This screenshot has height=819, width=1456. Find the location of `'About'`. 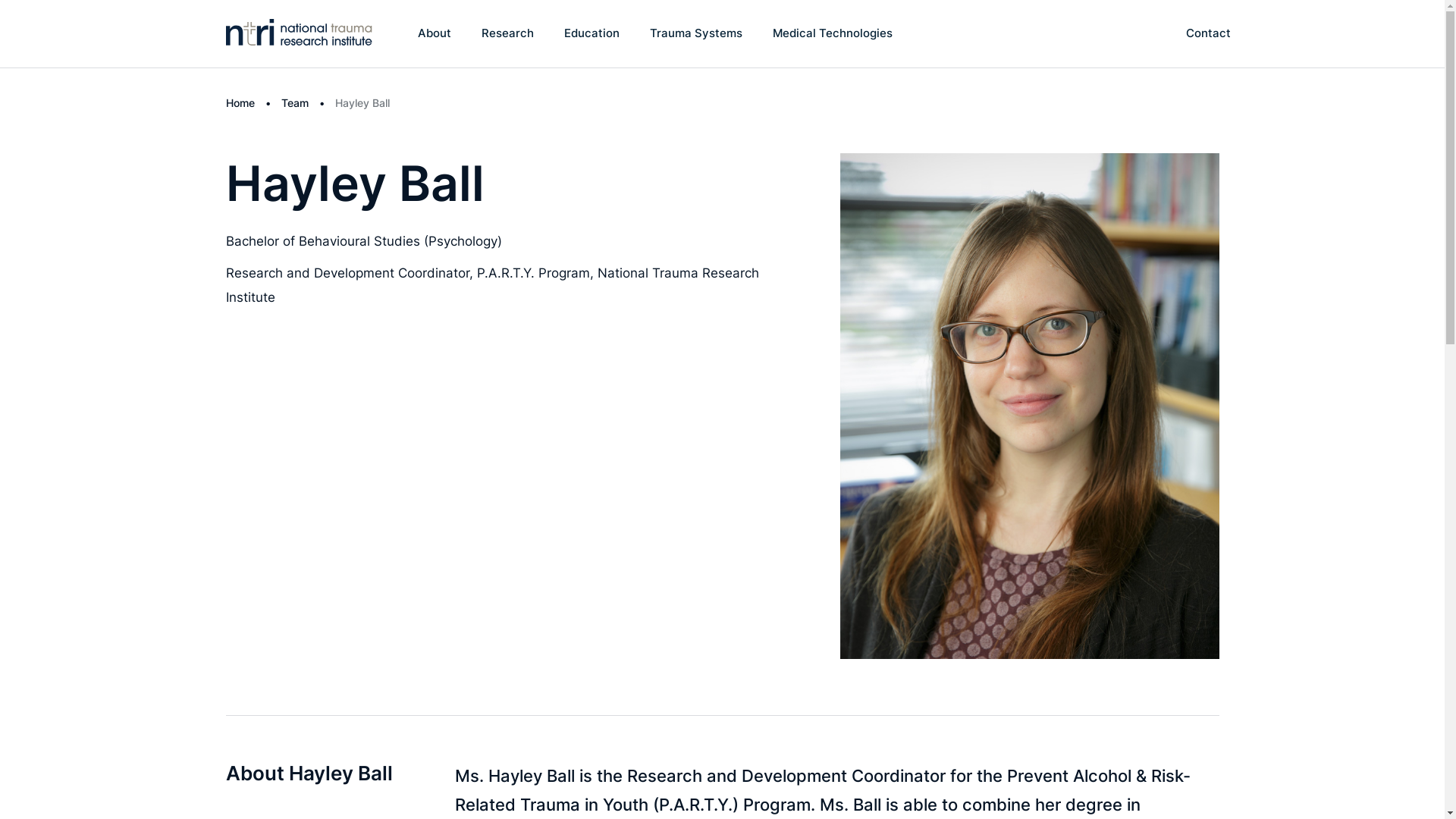

'About' is located at coordinates (433, 33).